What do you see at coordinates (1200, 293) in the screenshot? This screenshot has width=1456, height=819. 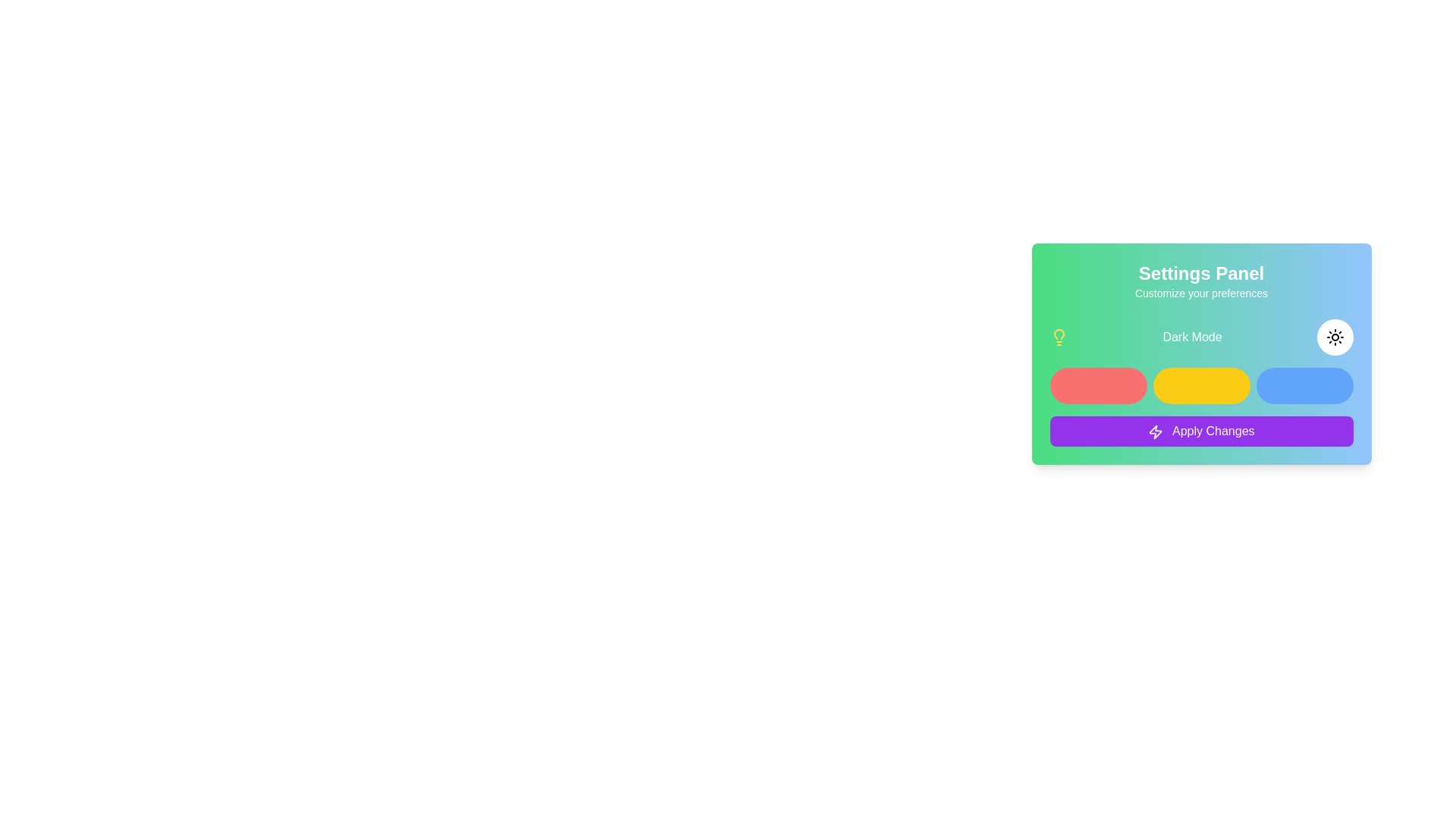 I see `the non-interactive Text label that serves as a subheading within the 'Settings Panel' interface, located directly beneath the 'Settings Panel' text` at bounding box center [1200, 293].